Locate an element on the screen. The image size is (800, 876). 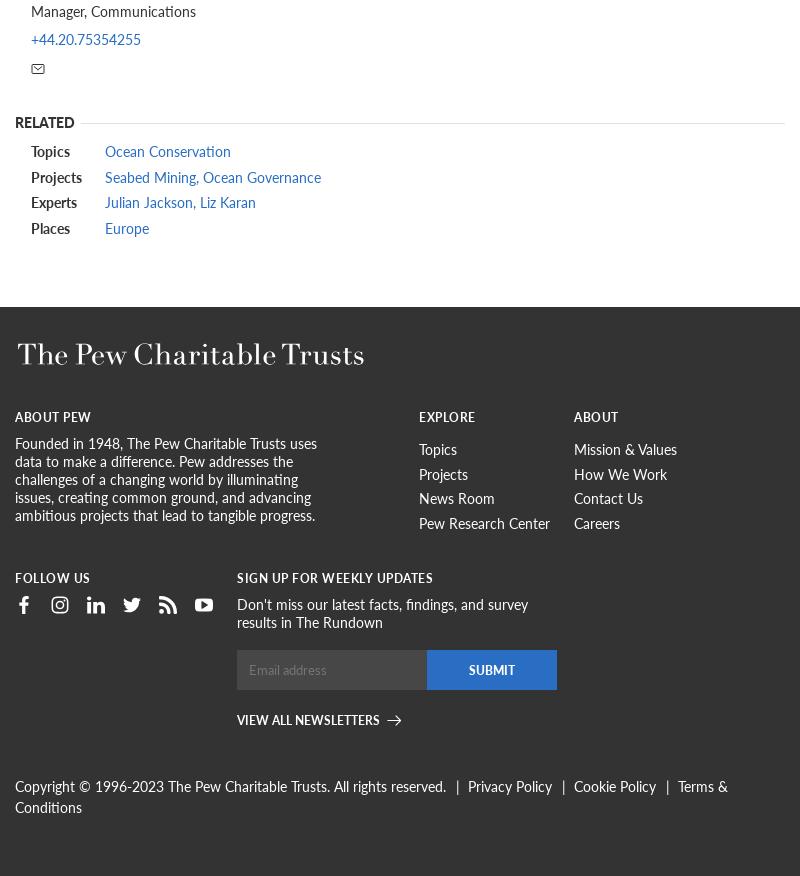
'Follow Us' is located at coordinates (14, 577).